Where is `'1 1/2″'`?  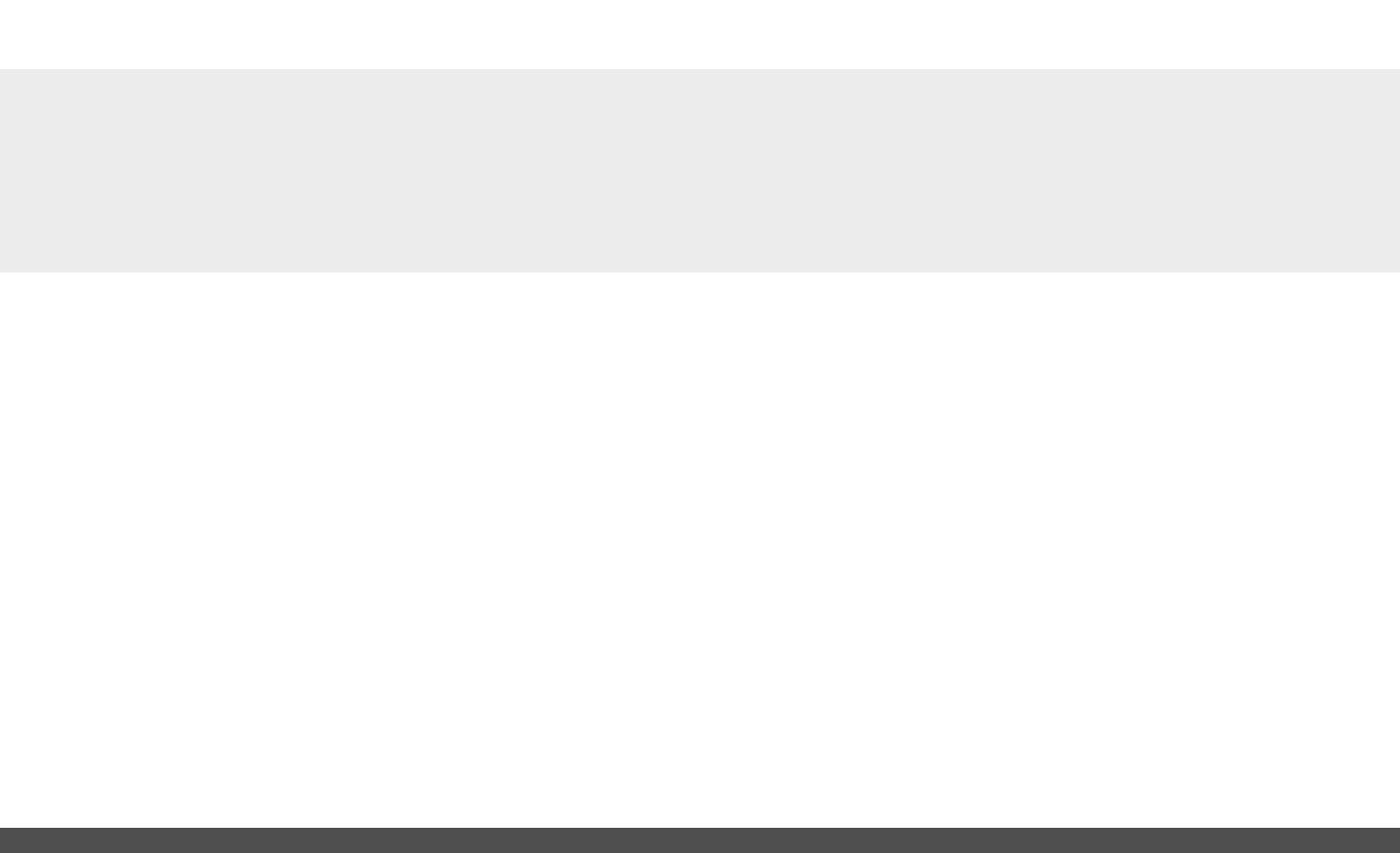 '1 1/2″' is located at coordinates (247, 644).